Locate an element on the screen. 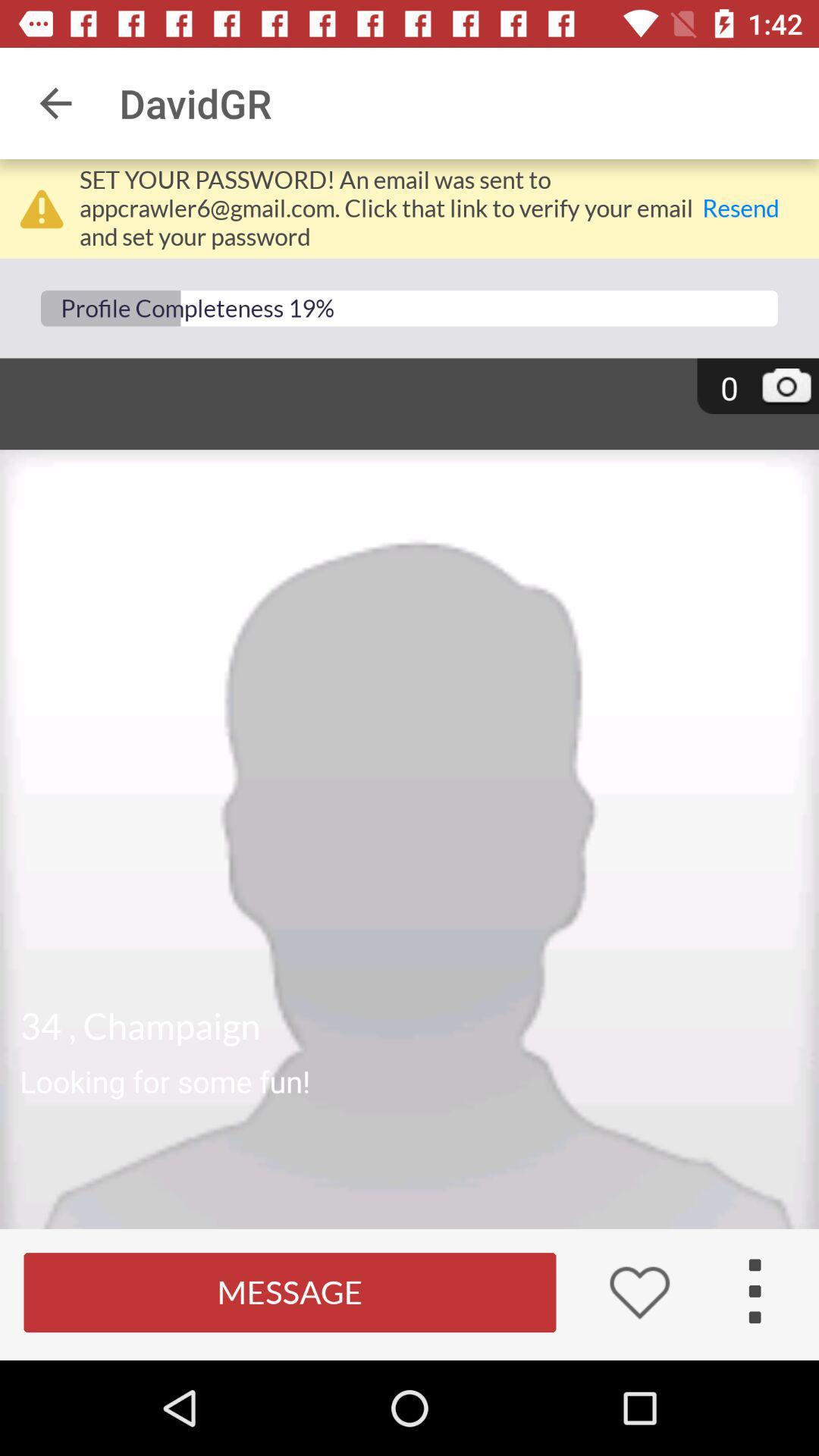 Image resolution: width=819 pixels, height=1456 pixels. the photo icon is located at coordinates (786, 389).